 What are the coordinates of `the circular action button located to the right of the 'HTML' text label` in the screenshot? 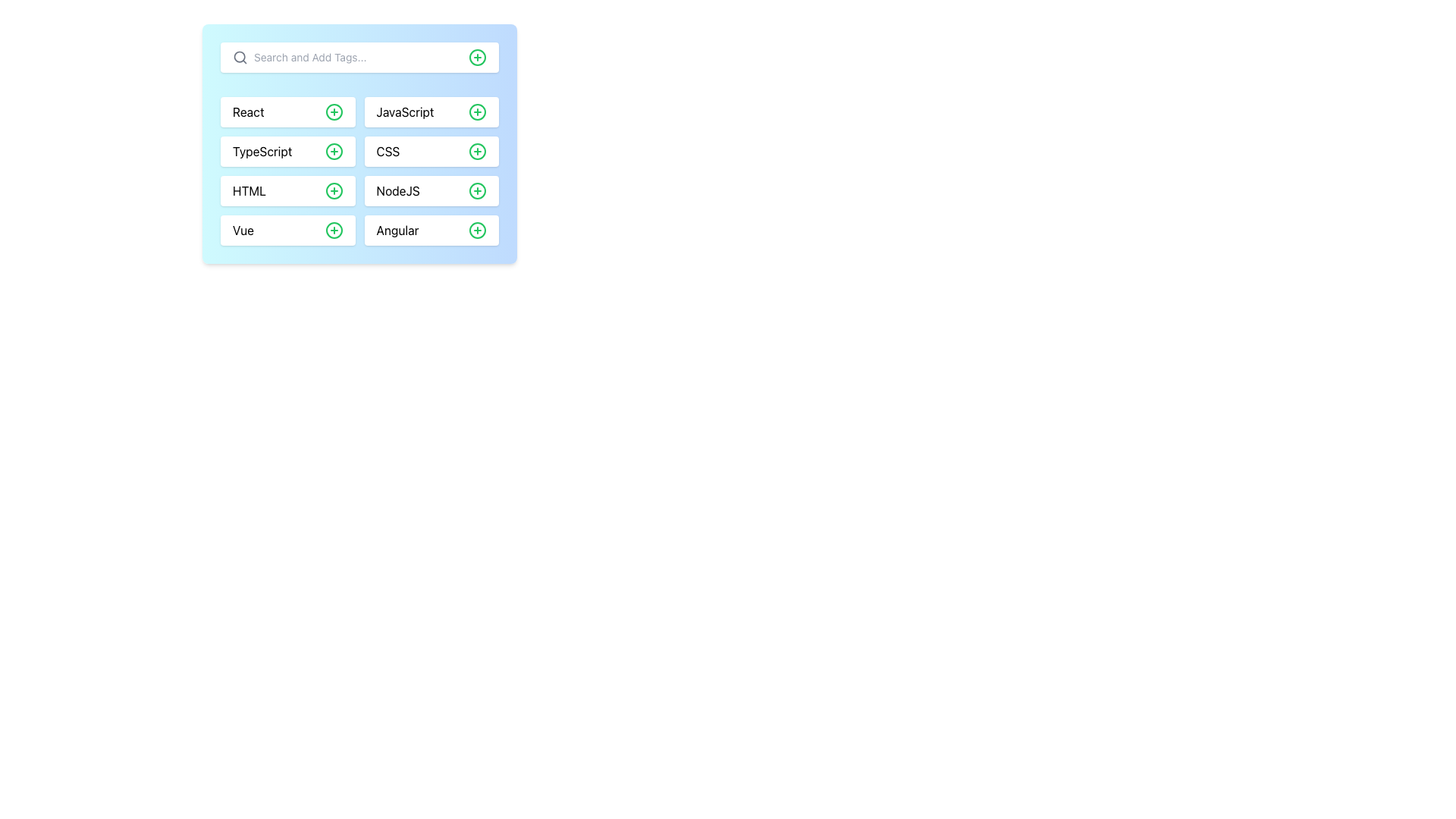 It's located at (333, 190).